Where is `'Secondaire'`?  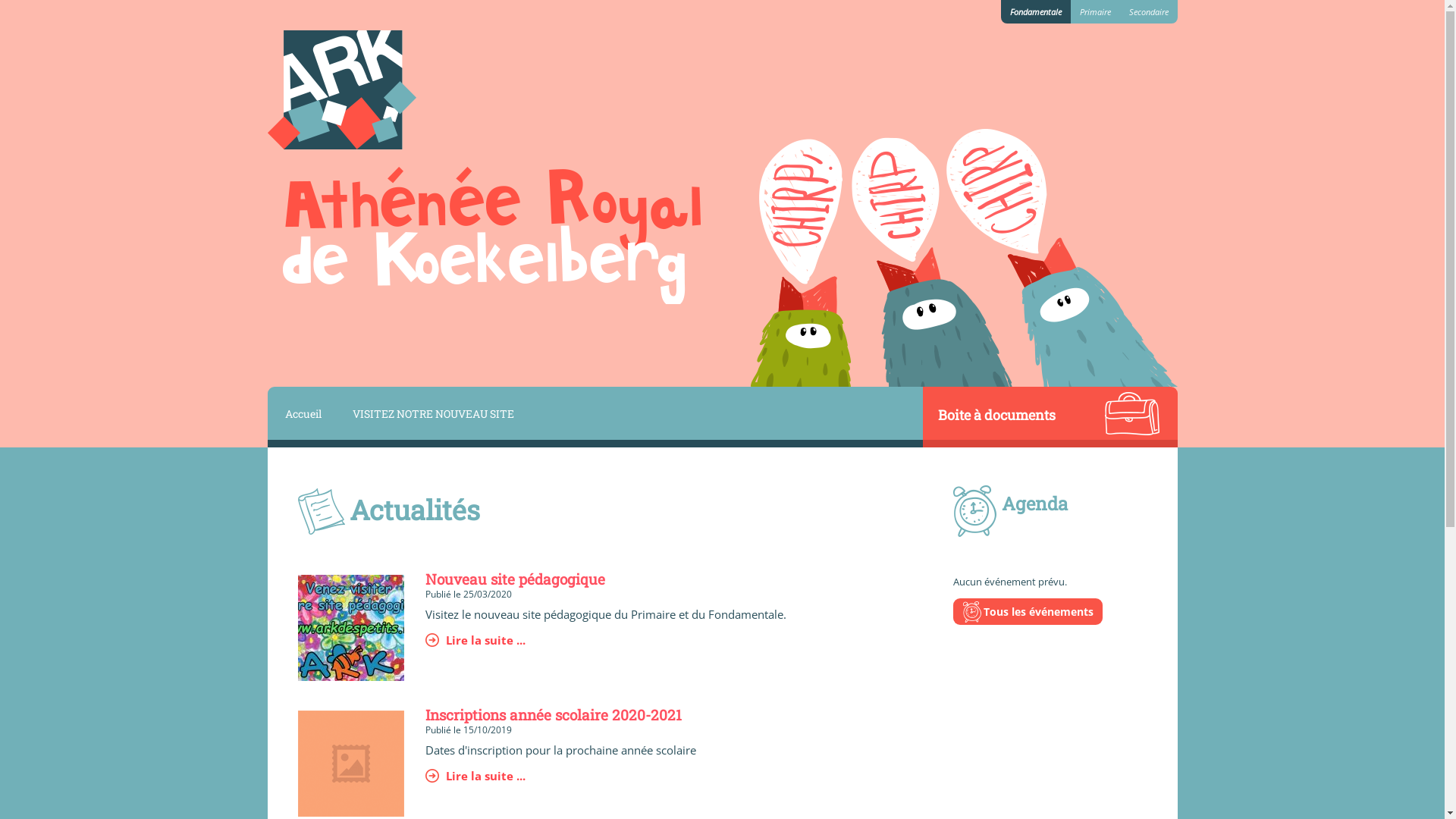
'Secondaire' is located at coordinates (1147, 11).